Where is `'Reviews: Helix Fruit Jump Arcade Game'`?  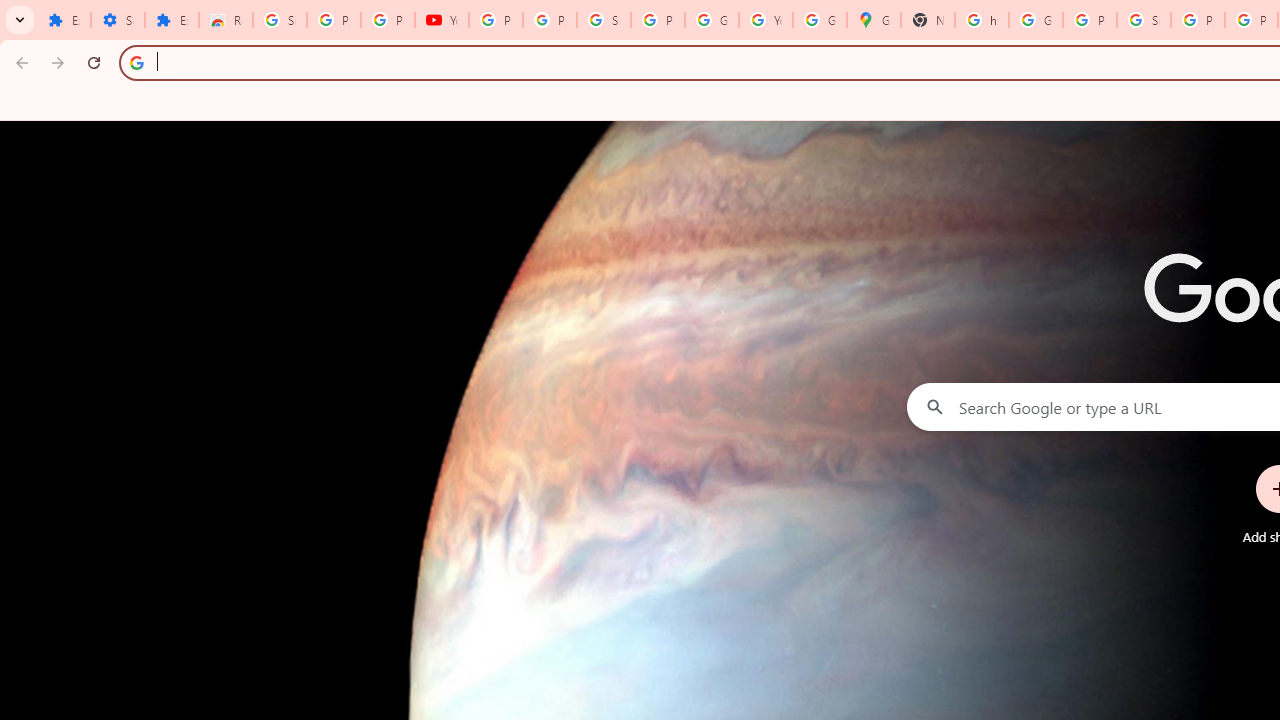 'Reviews: Helix Fruit Jump Arcade Game' is located at coordinates (225, 20).